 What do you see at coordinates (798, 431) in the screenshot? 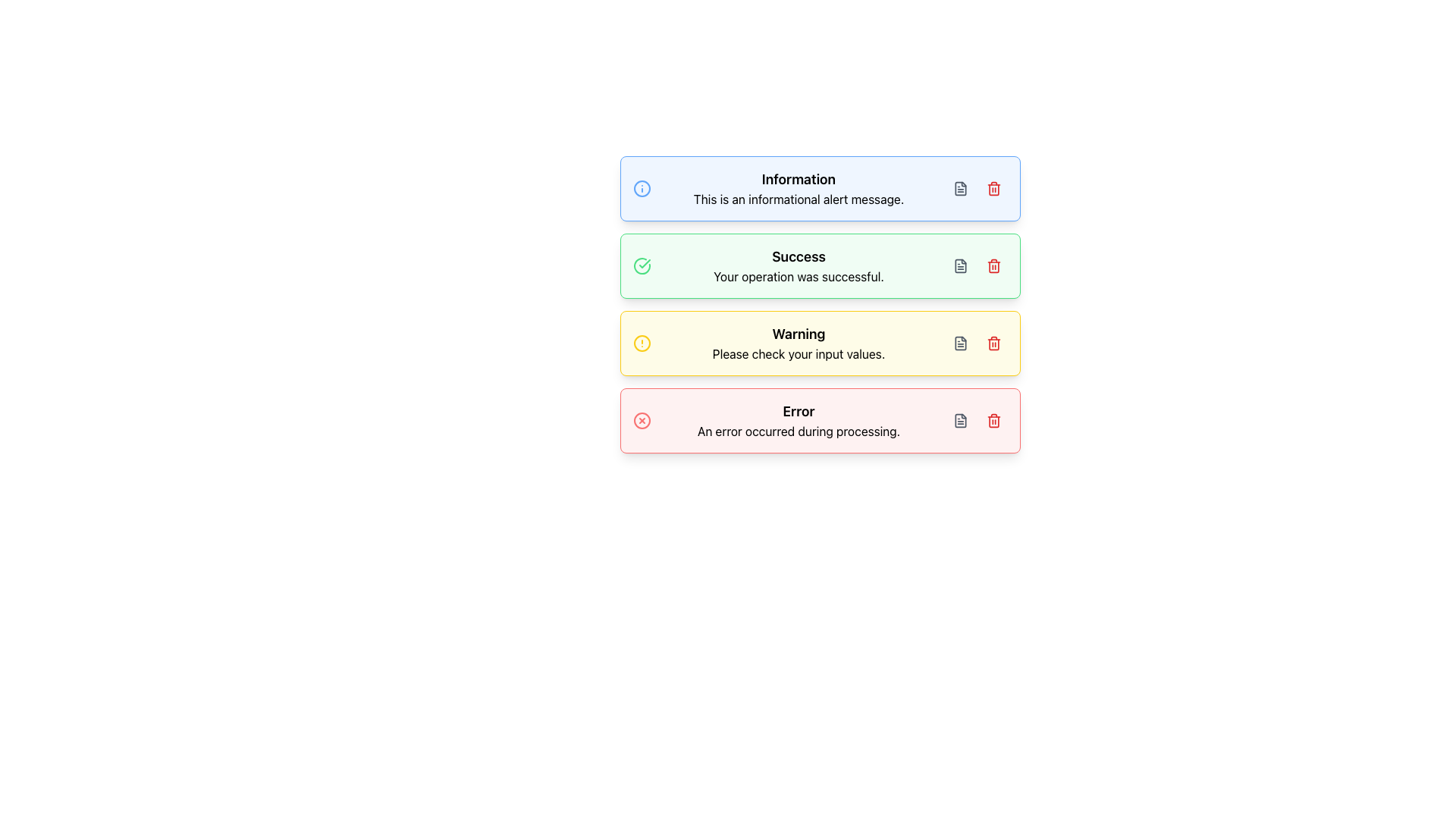
I see `detailed error message from the Text label located in the lower section of the 'Error' alert box, beneath the header text 'Error'` at bounding box center [798, 431].